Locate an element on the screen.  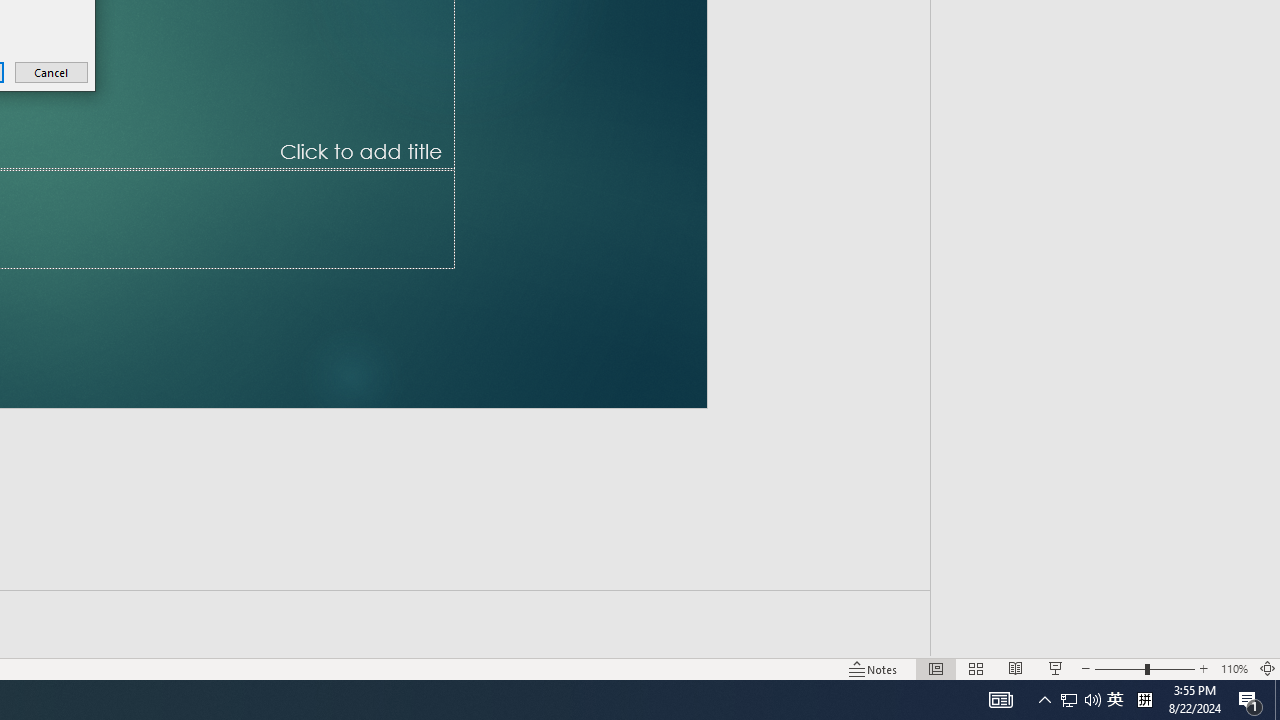
'Print Layout' is located at coordinates (923, 640).